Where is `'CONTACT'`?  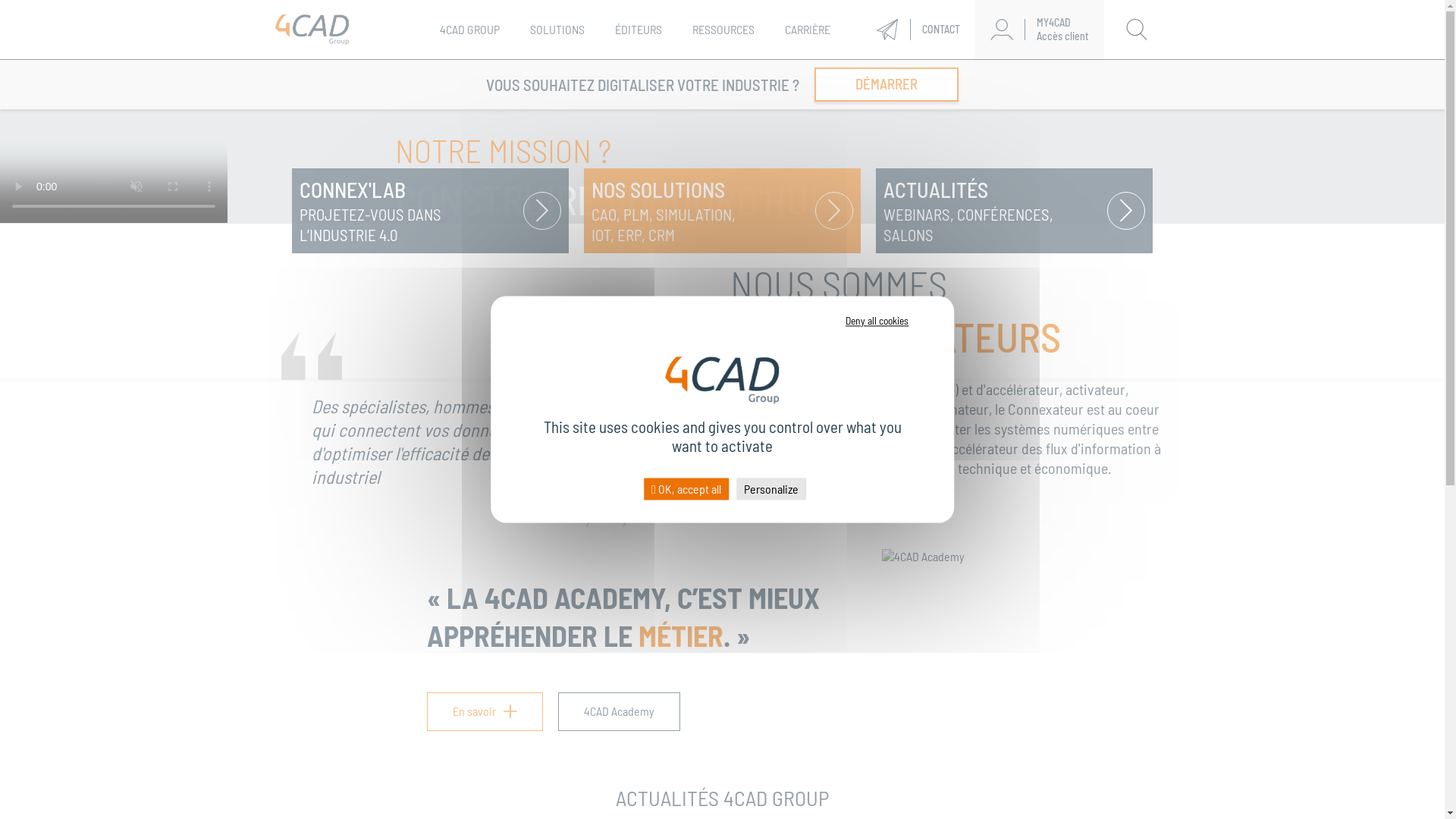 'CONTACT' is located at coordinates (917, 29).